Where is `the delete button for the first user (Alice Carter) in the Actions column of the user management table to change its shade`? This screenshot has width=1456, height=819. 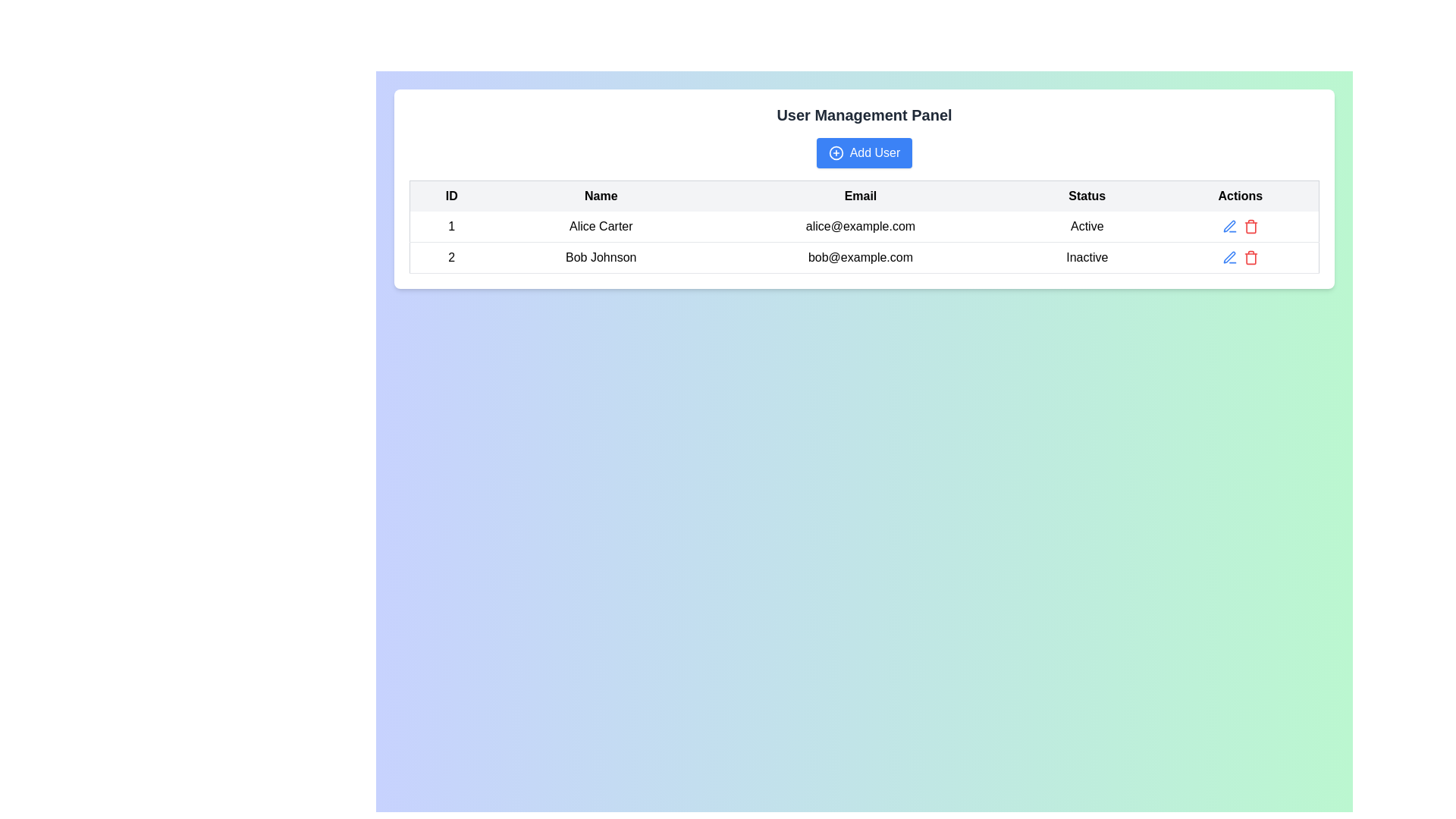
the delete button for the first user (Alice Carter) in the Actions column of the user management table to change its shade is located at coordinates (1250, 227).